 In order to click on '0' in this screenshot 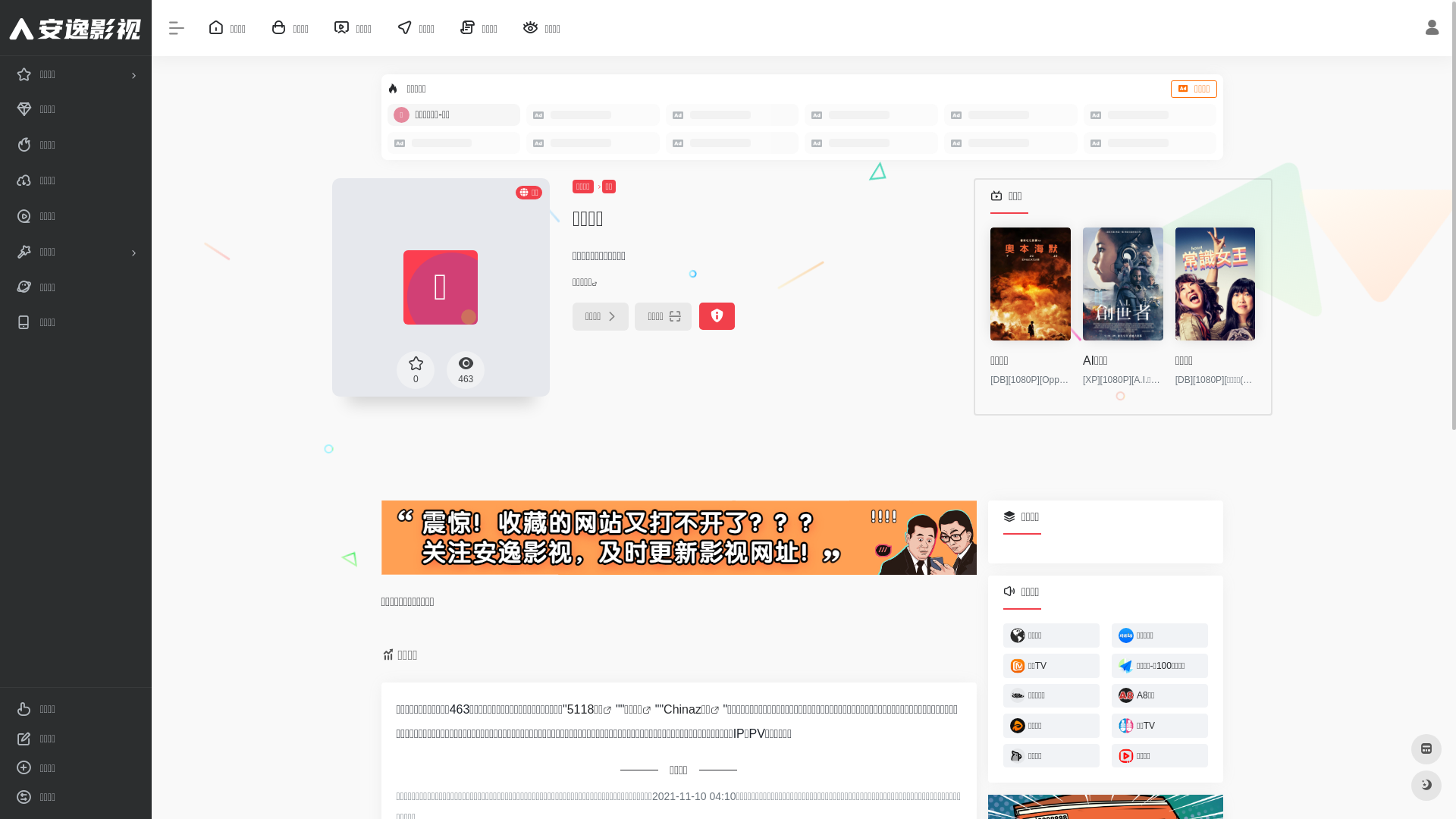, I will do `click(415, 369)`.